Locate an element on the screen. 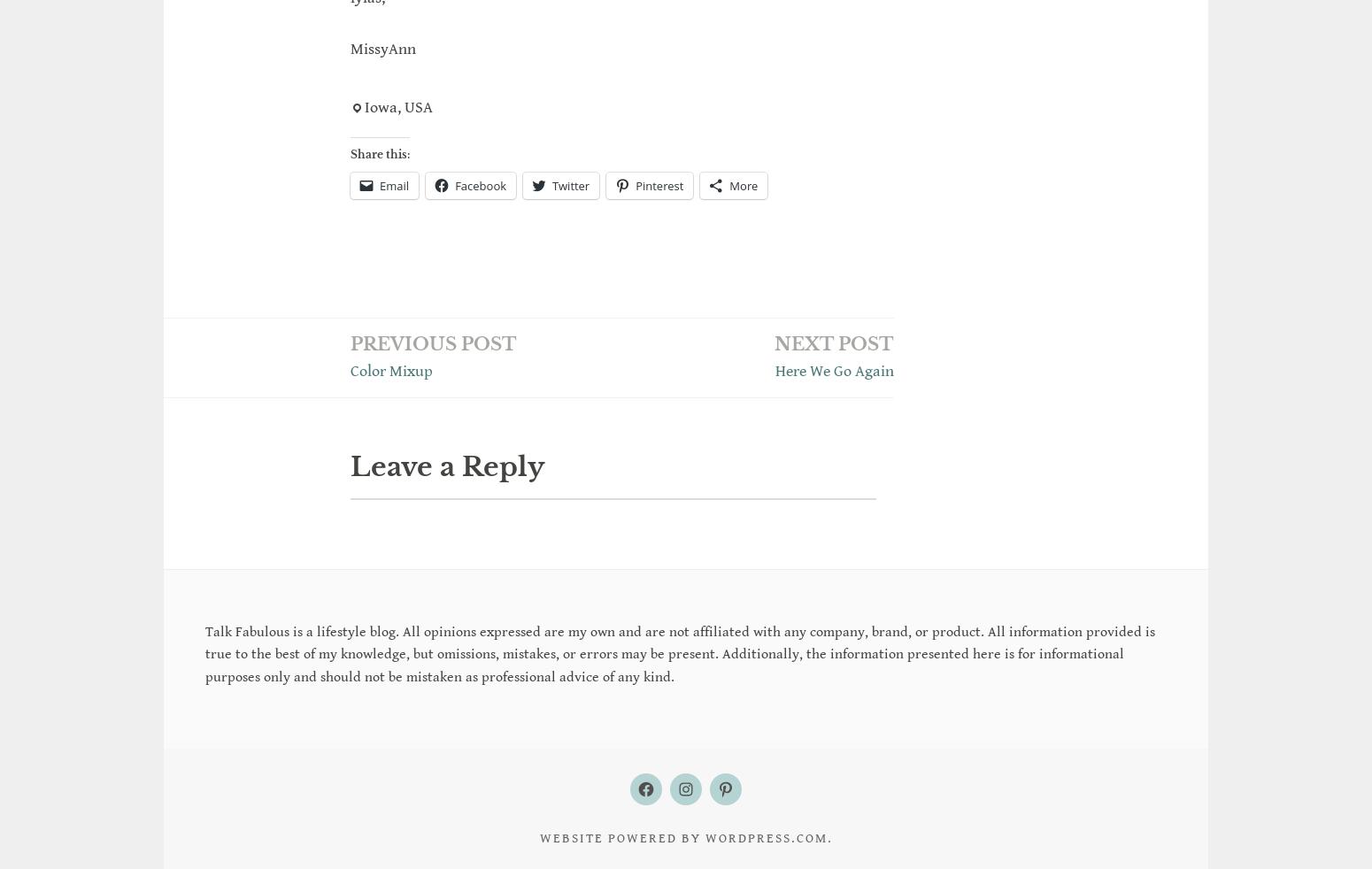  'Email' is located at coordinates (380, 183).